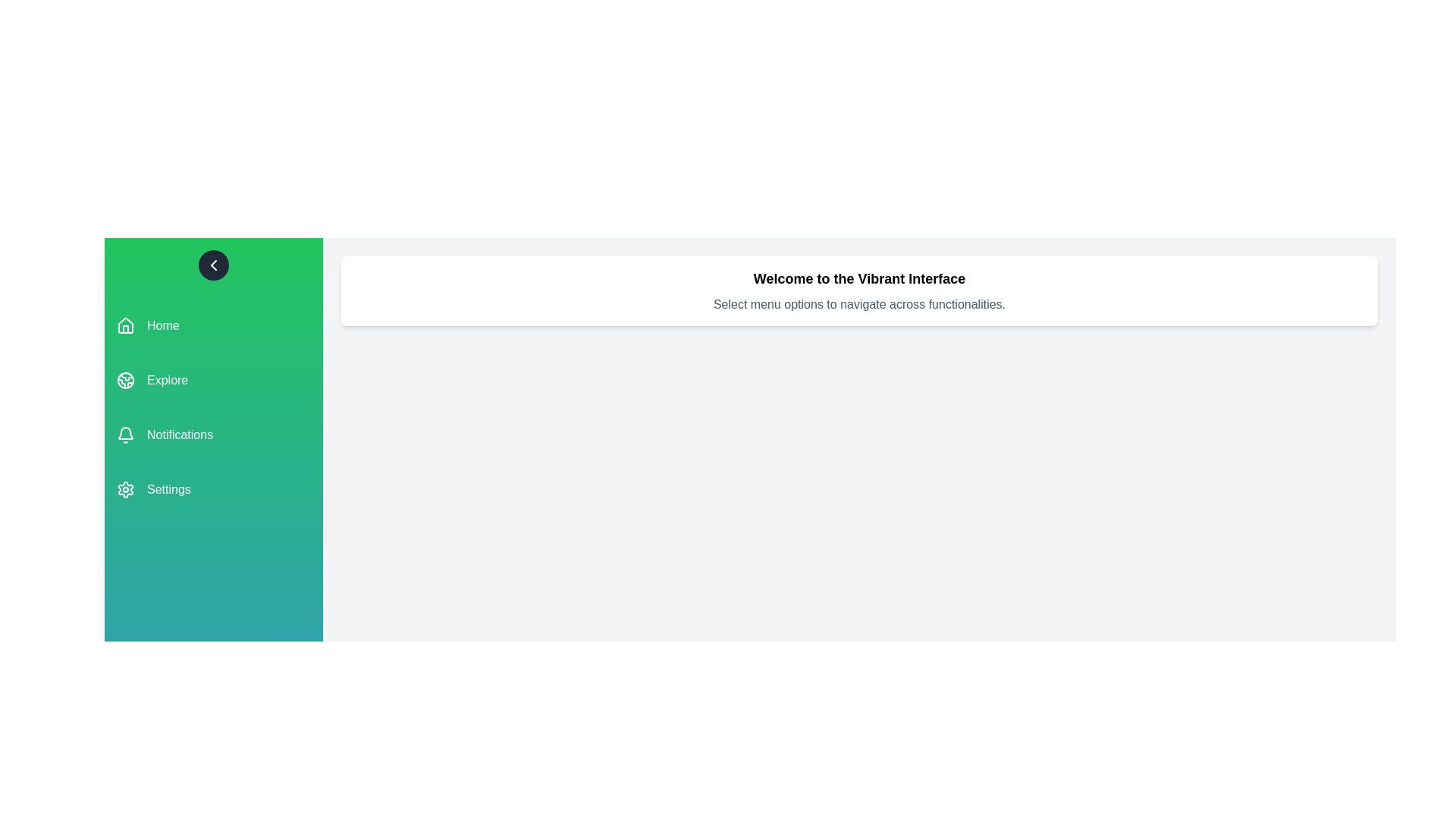  I want to click on the menu item Notifications to view its hover effect, so click(213, 435).